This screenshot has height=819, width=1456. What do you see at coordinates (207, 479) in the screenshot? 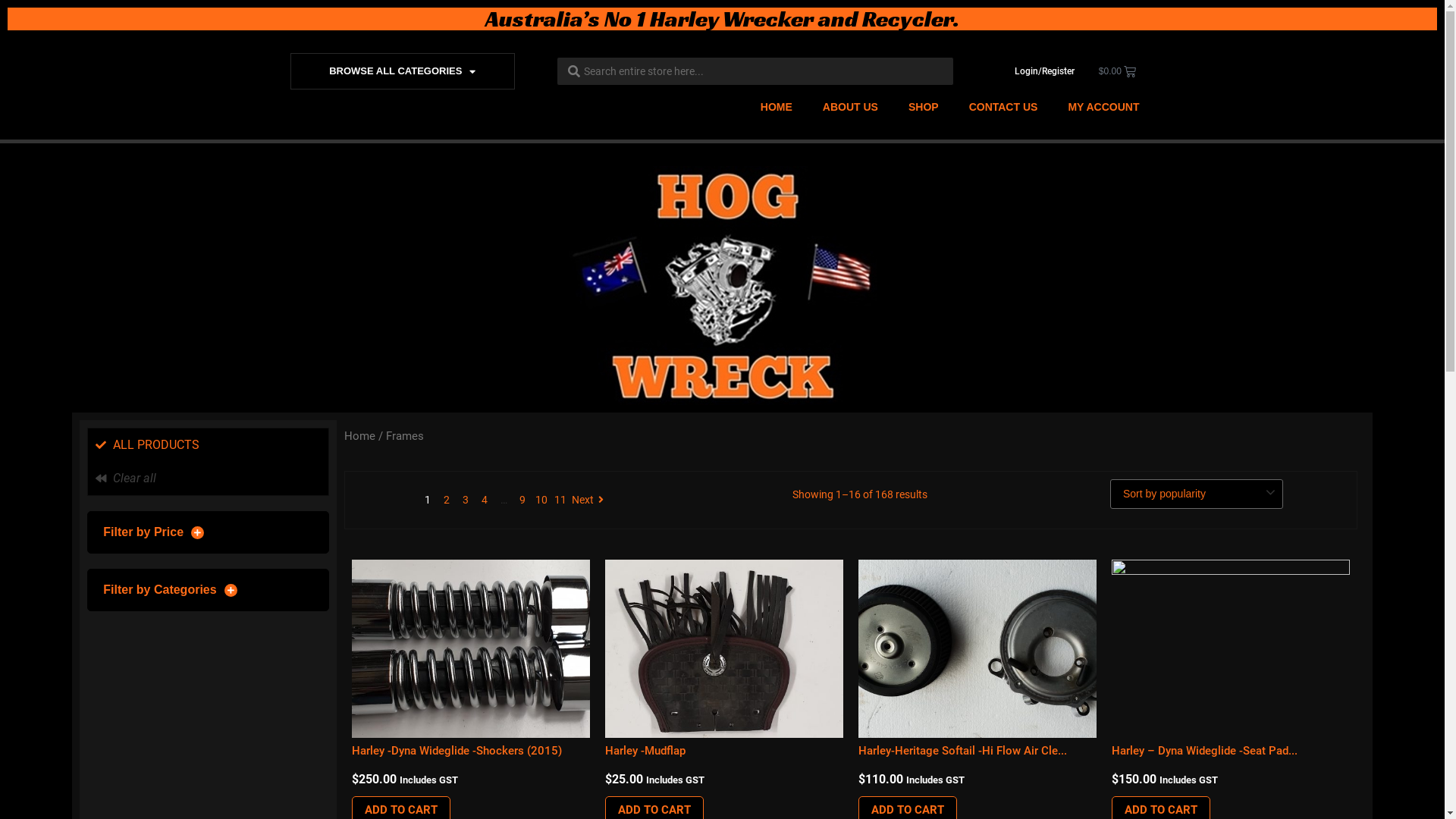
I see `'Clear all'` at bounding box center [207, 479].